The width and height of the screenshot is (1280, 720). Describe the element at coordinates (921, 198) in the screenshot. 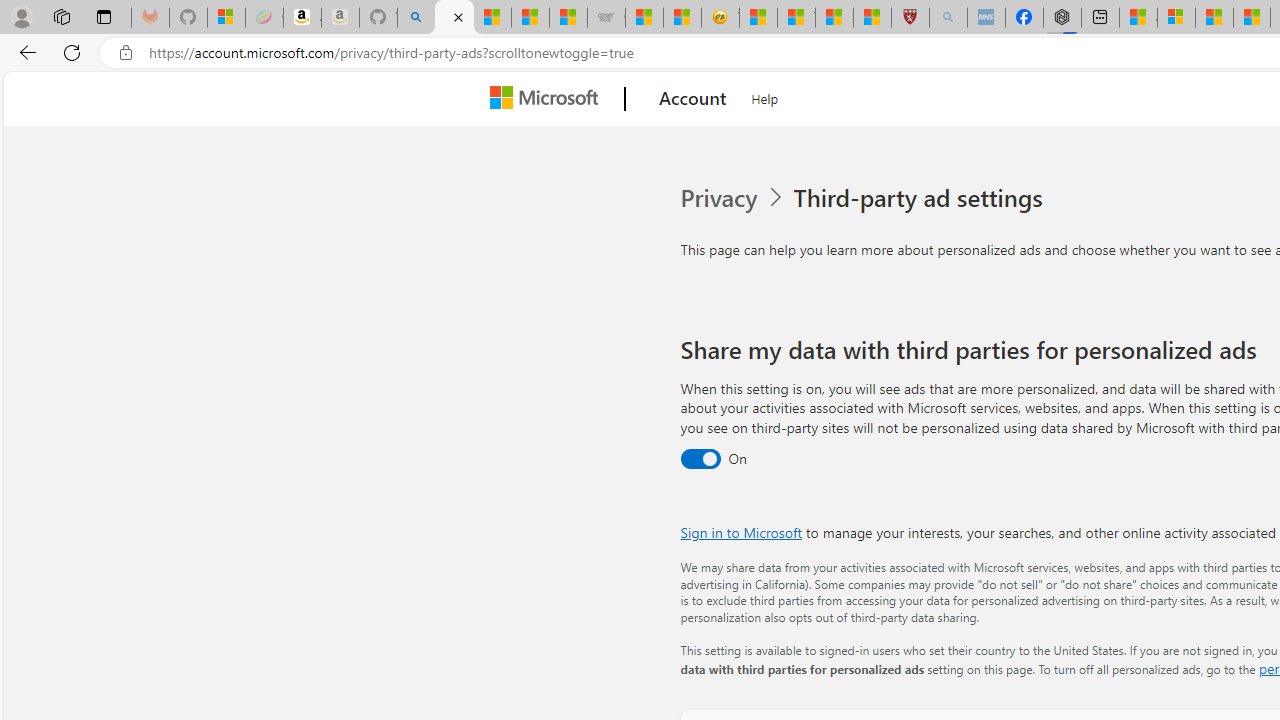

I see `'Third-party ad settings'` at that location.